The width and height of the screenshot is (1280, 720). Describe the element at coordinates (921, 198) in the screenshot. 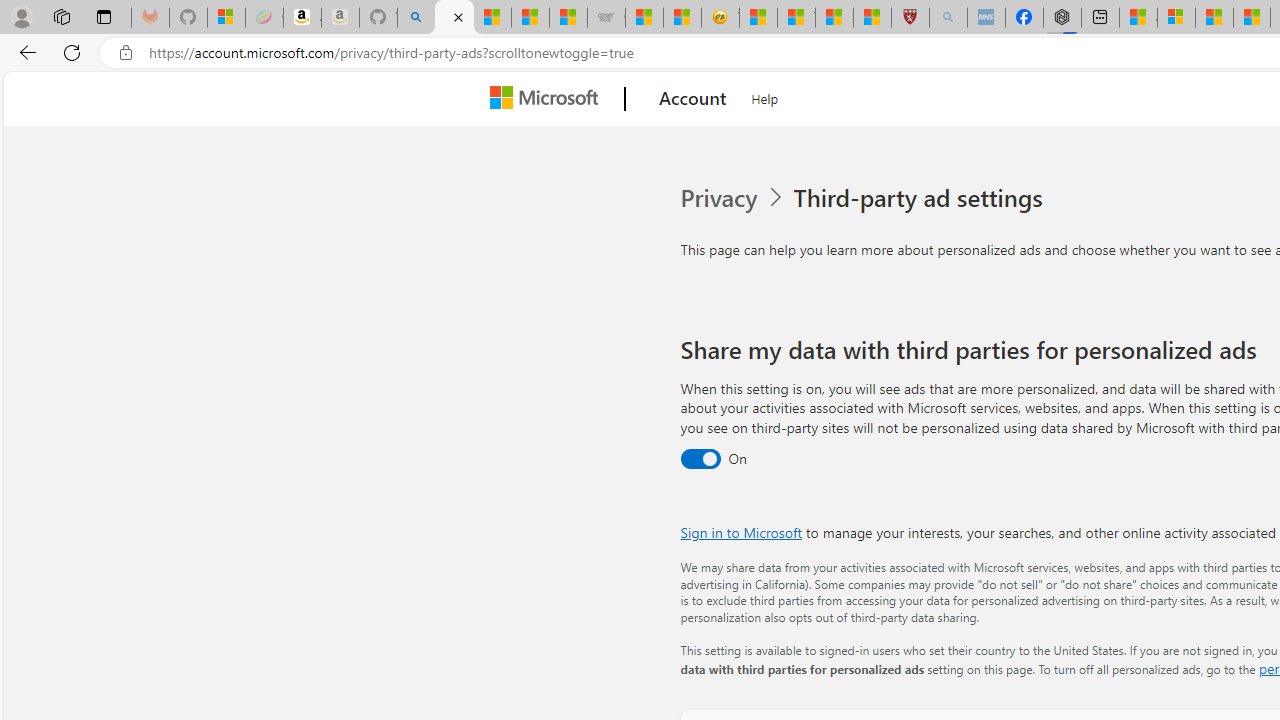

I see `'Third-party ad settings'` at that location.